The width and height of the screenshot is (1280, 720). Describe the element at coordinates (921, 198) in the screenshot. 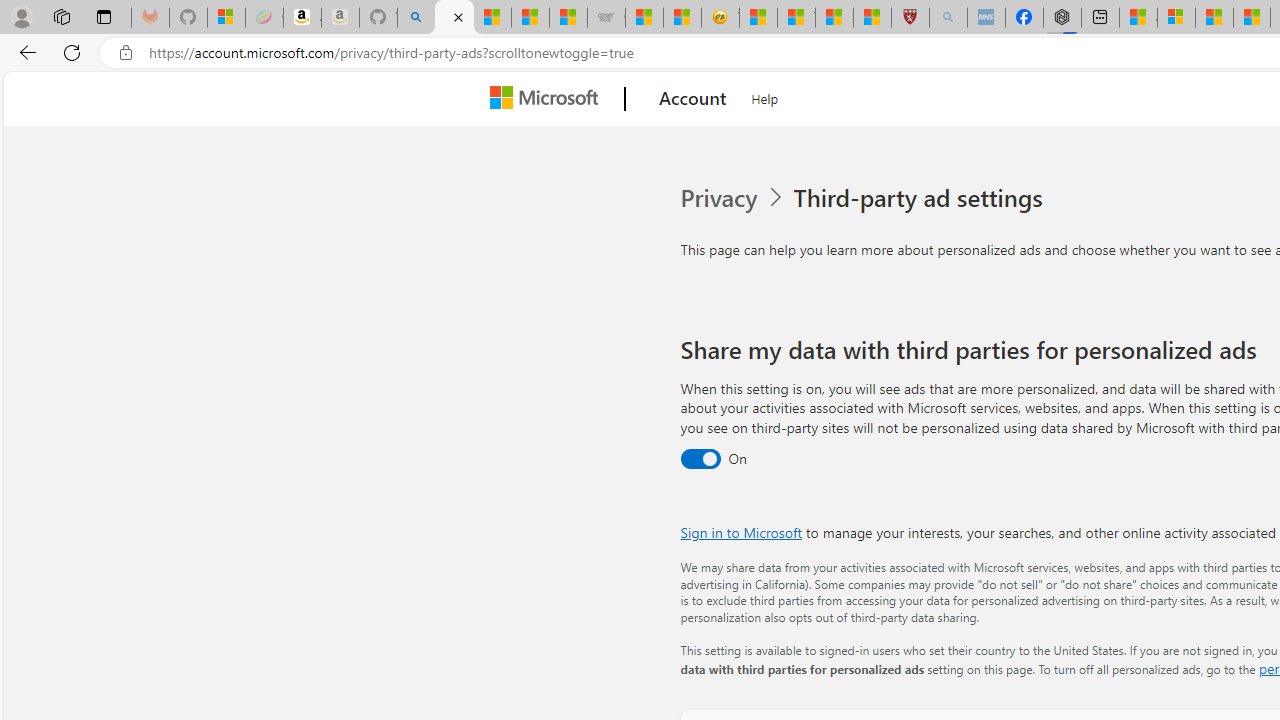

I see `'Third-party ad settings'` at that location.